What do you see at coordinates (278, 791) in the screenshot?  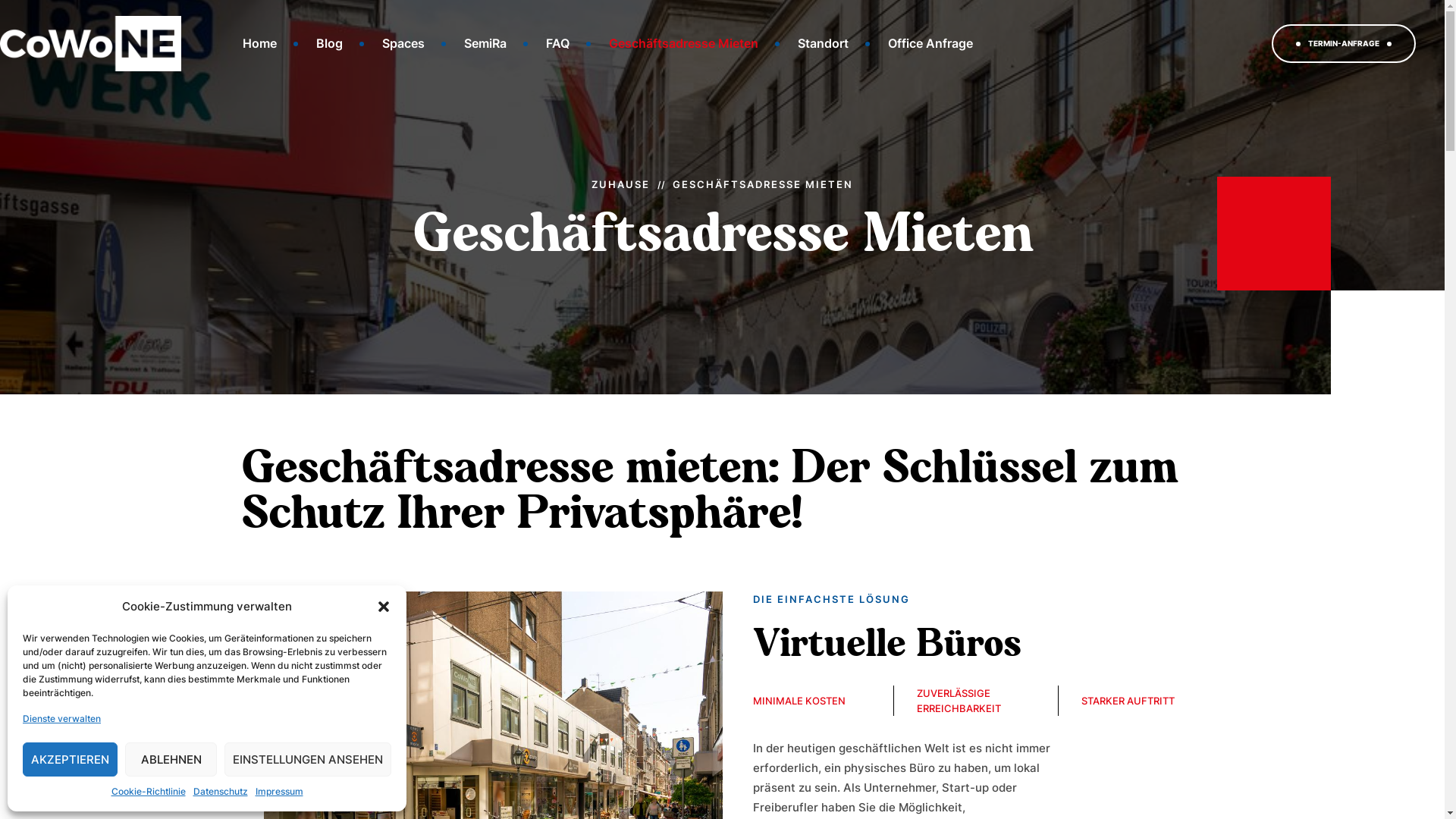 I see `'Impressum'` at bounding box center [278, 791].